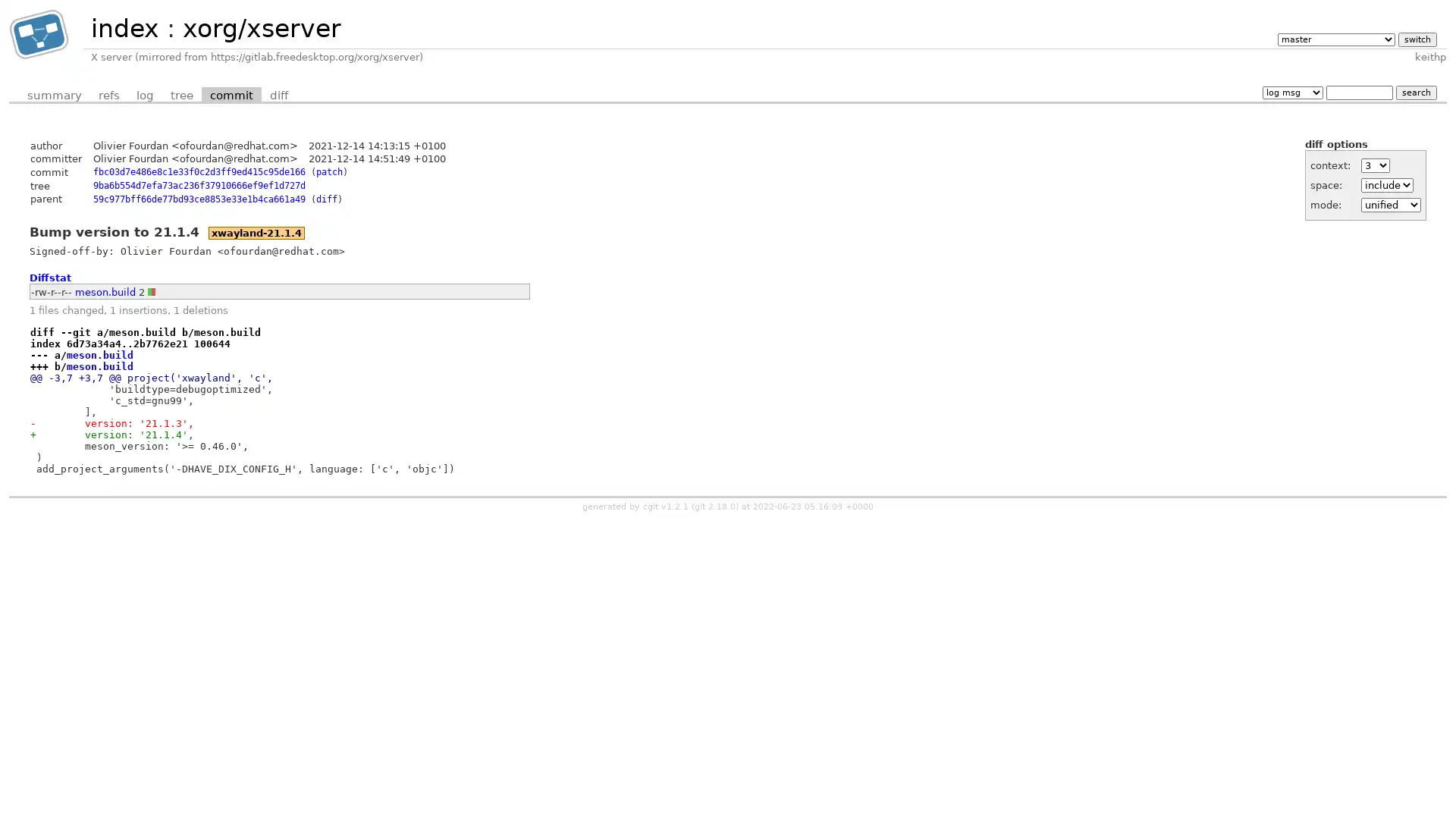  I want to click on search, so click(1415, 92).